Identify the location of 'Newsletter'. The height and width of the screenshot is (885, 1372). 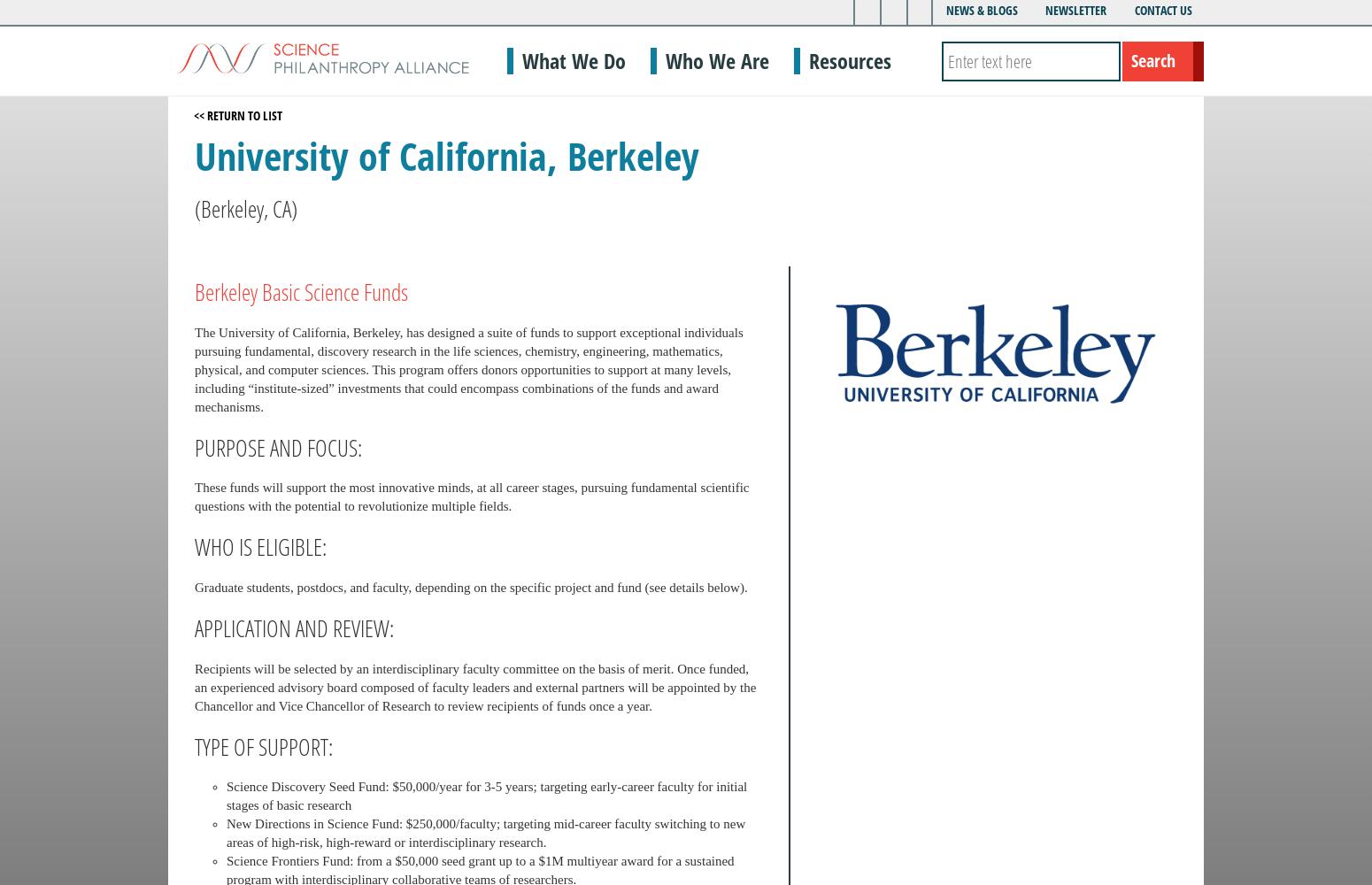
(1075, 9).